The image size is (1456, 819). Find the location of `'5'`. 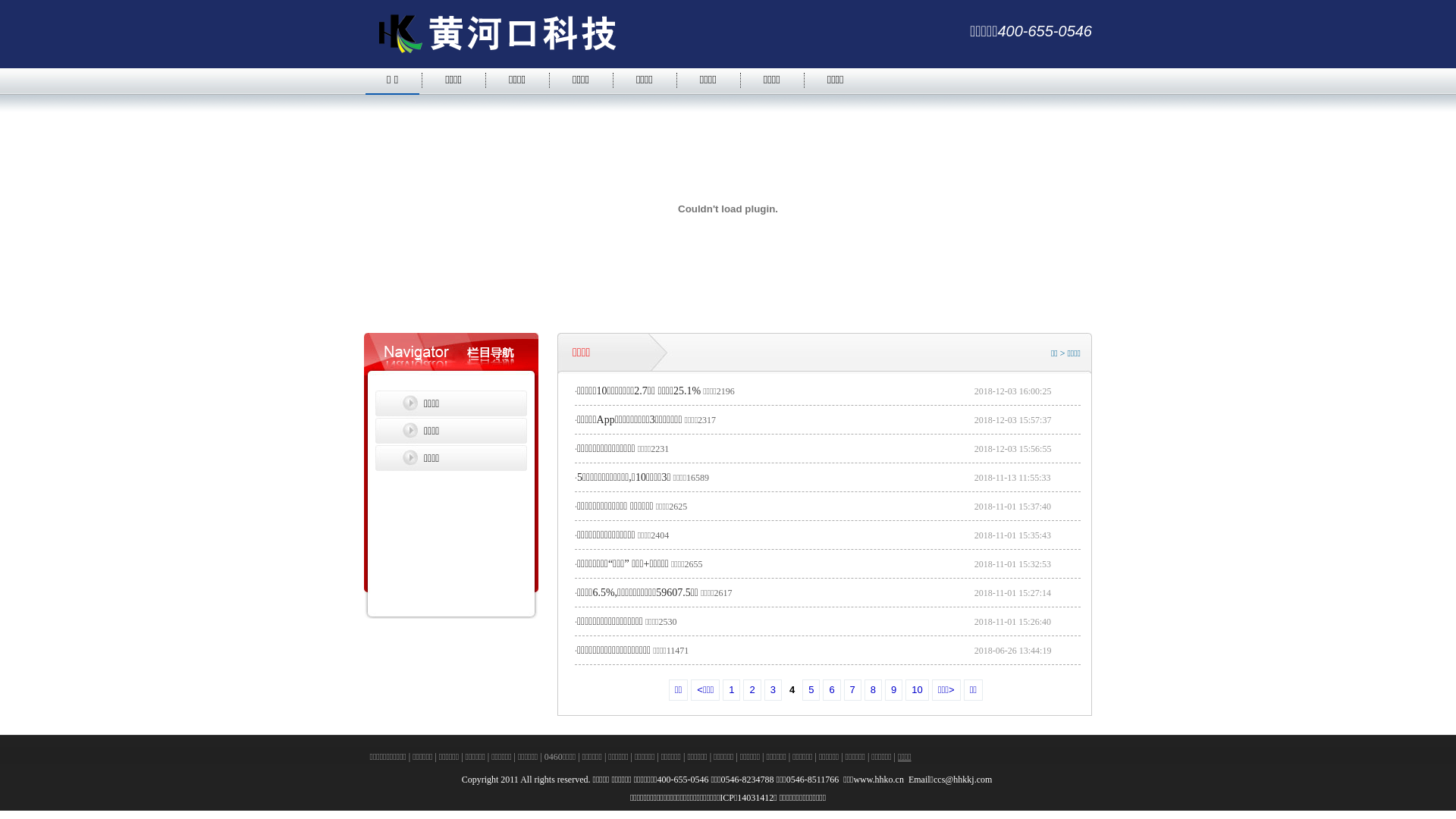

'5' is located at coordinates (810, 690).